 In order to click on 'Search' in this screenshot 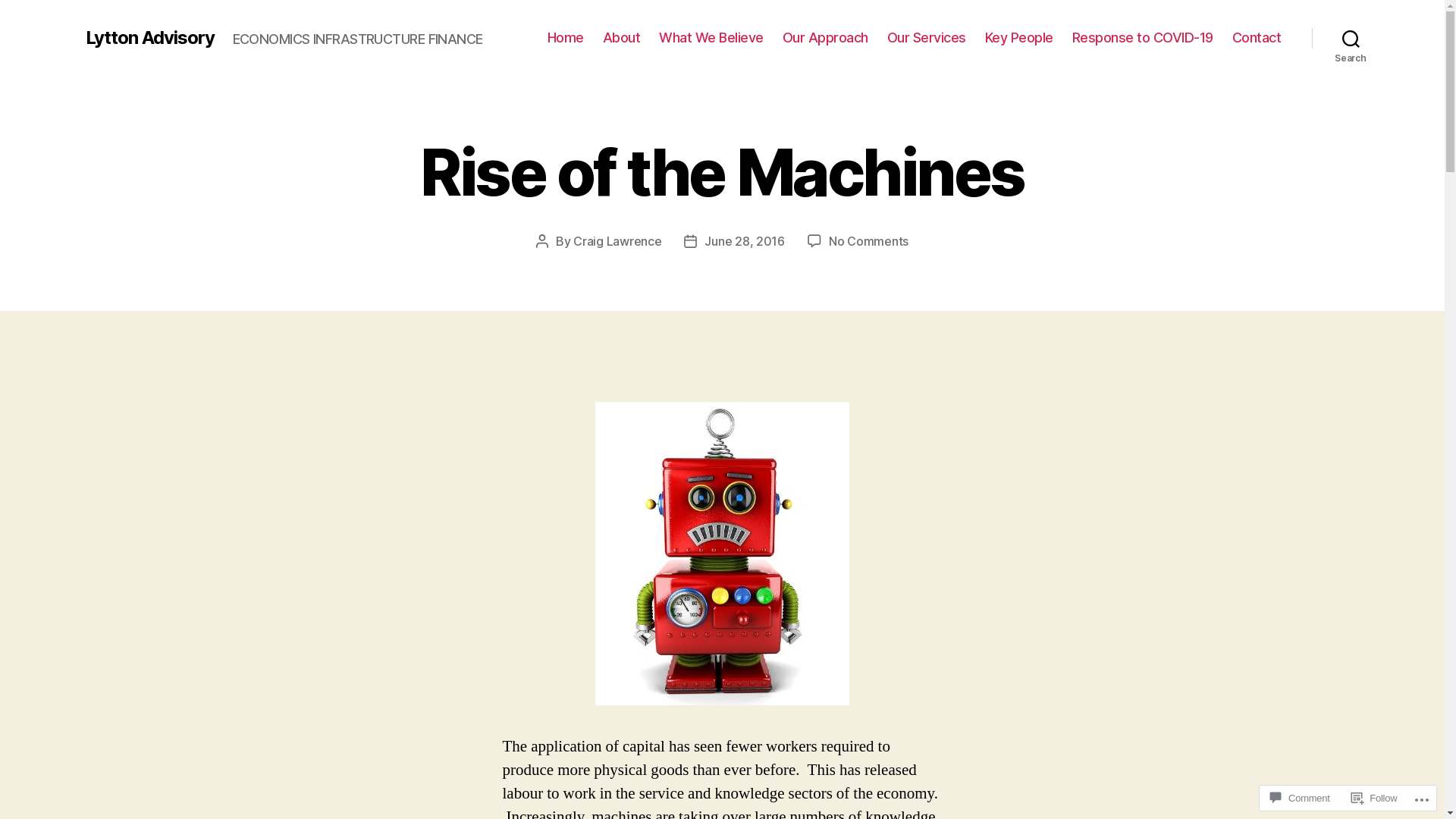, I will do `click(1351, 37)`.